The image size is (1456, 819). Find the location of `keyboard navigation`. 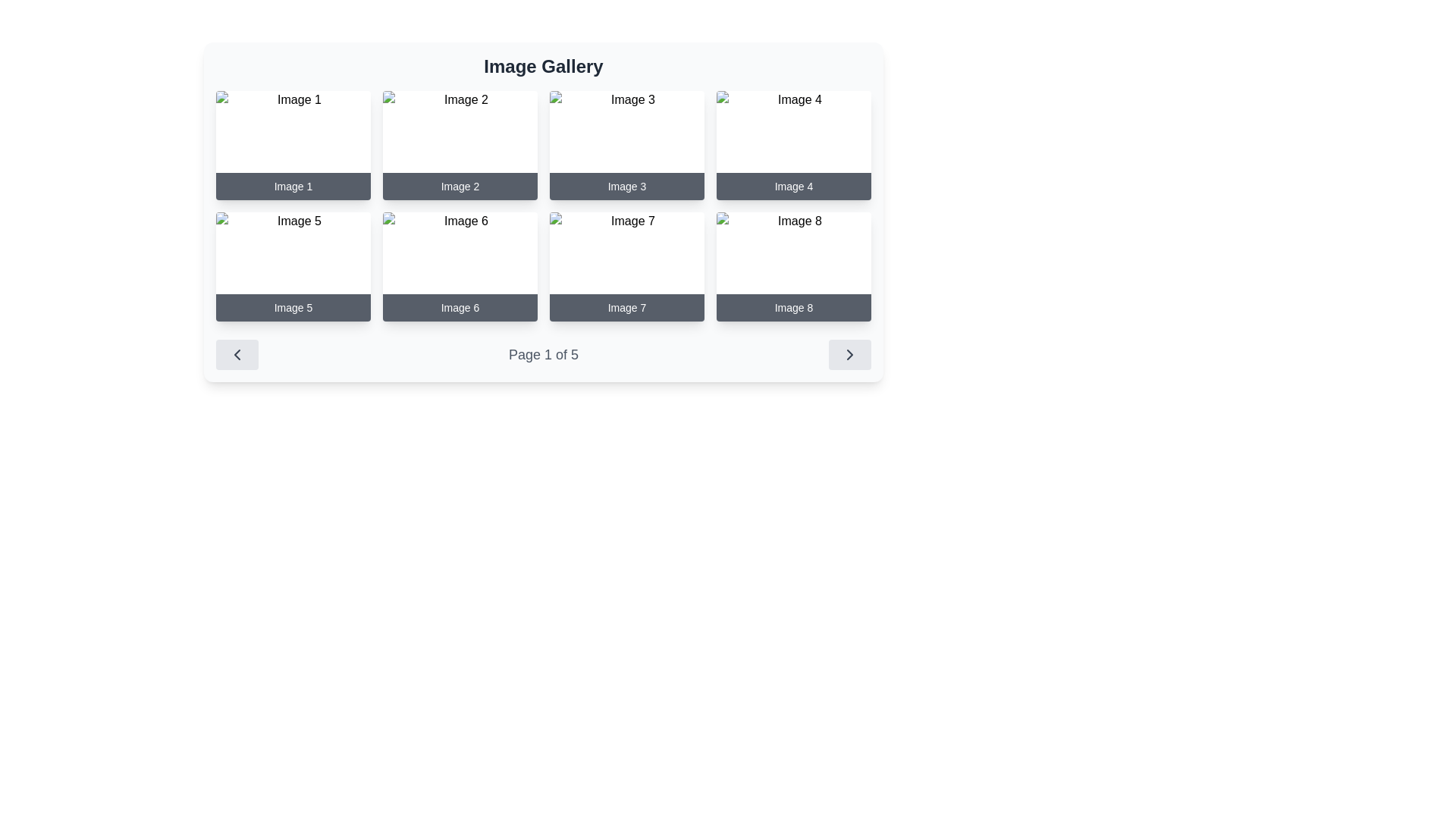

keyboard navigation is located at coordinates (459, 146).